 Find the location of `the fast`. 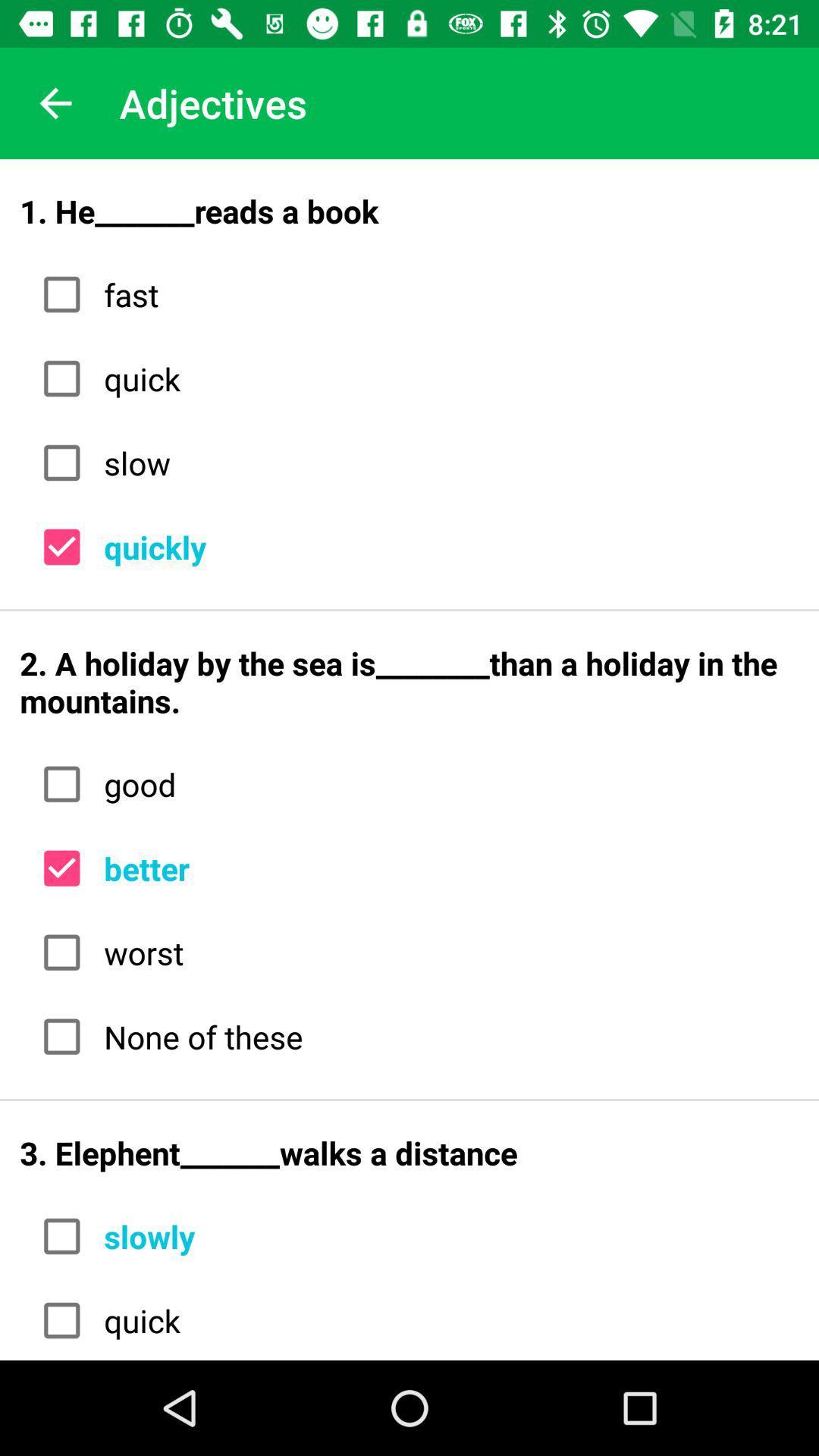

the fast is located at coordinates (445, 294).